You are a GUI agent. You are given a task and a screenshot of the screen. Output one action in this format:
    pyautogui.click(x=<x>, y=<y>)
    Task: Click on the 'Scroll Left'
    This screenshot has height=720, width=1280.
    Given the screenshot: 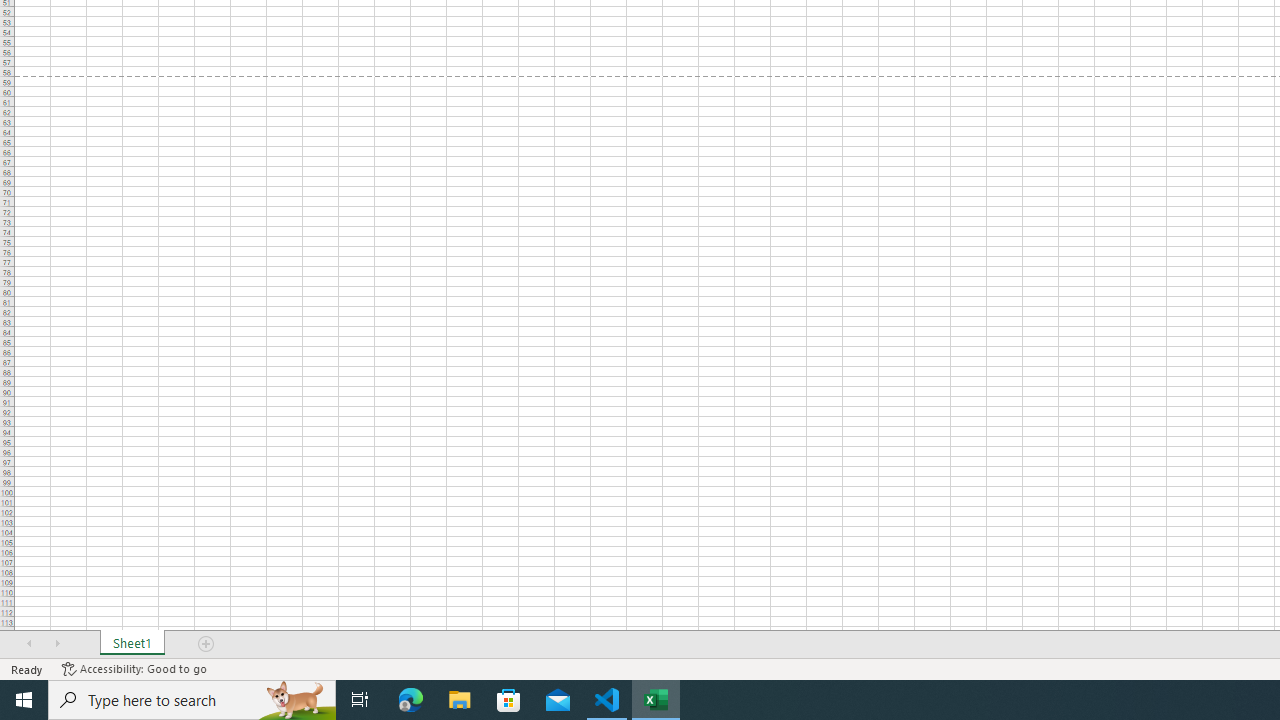 What is the action you would take?
    pyautogui.click(x=29, y=644)
    